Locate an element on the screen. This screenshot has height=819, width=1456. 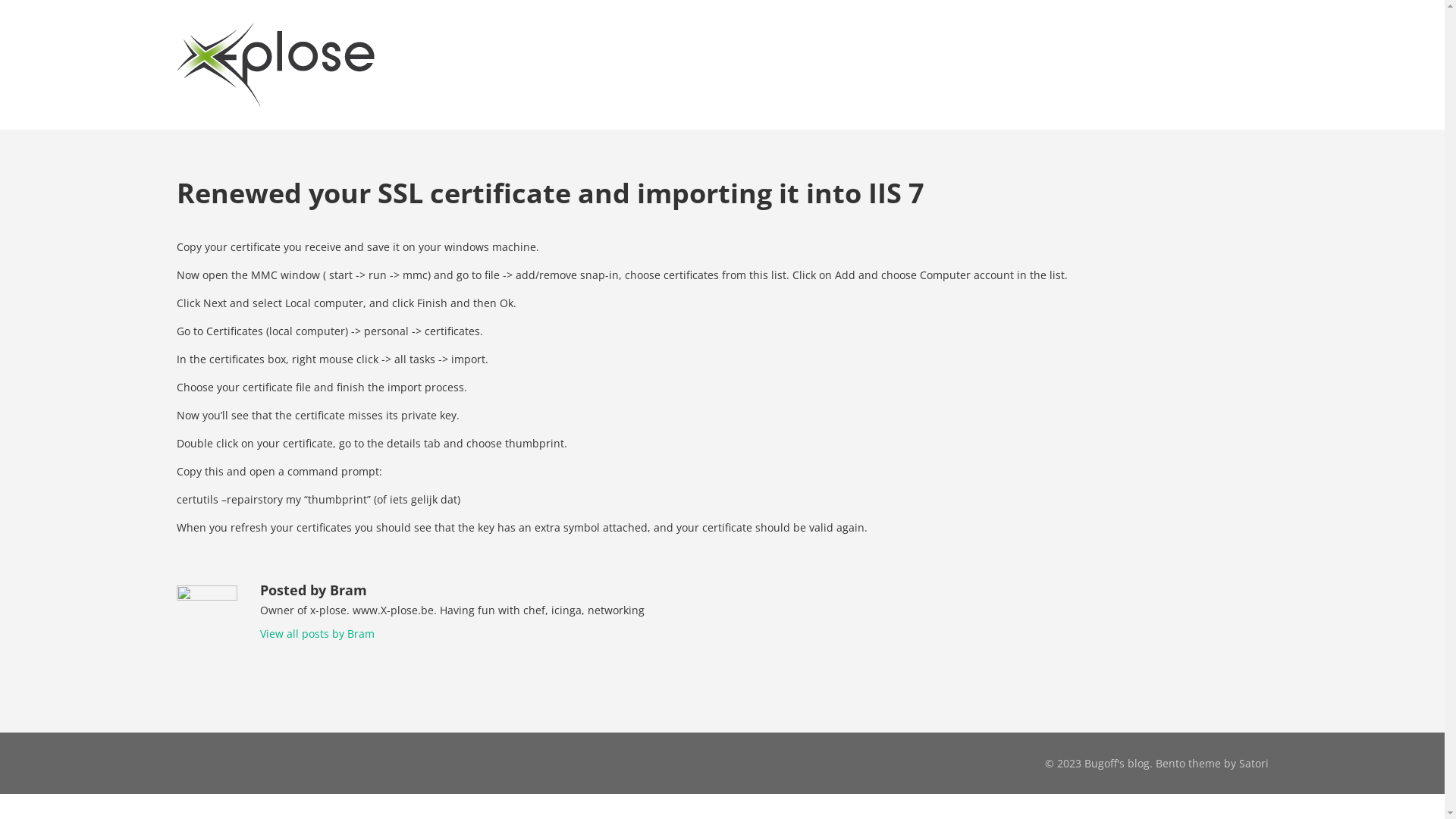
'View all posts by Bram' is located at coordinates (315, 633).